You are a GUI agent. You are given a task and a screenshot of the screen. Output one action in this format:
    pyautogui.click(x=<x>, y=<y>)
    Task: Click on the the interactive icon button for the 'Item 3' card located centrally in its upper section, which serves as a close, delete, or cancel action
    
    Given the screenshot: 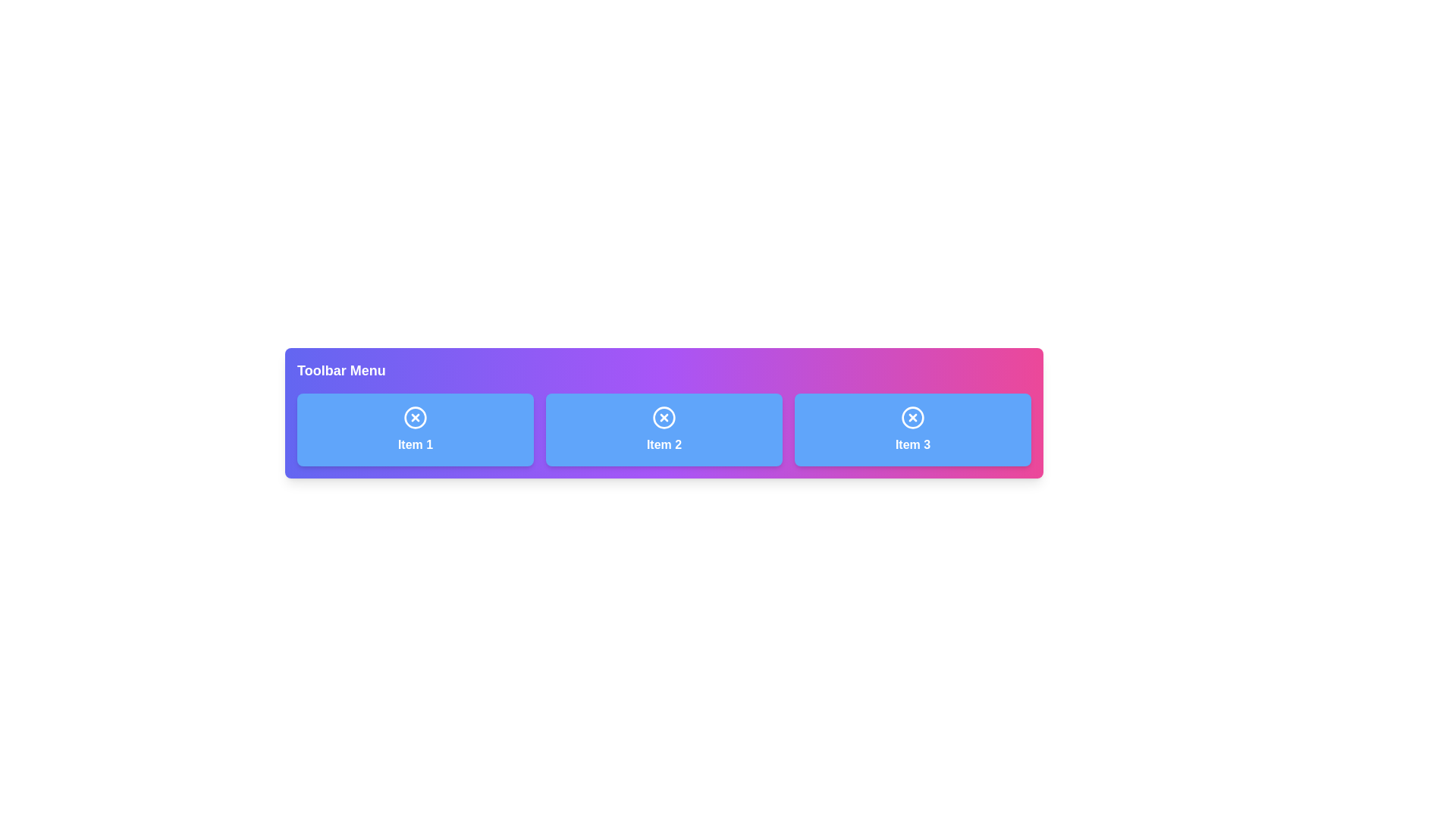 What is the action you would take?
    pyautogui.click(x=912, y=418)
    